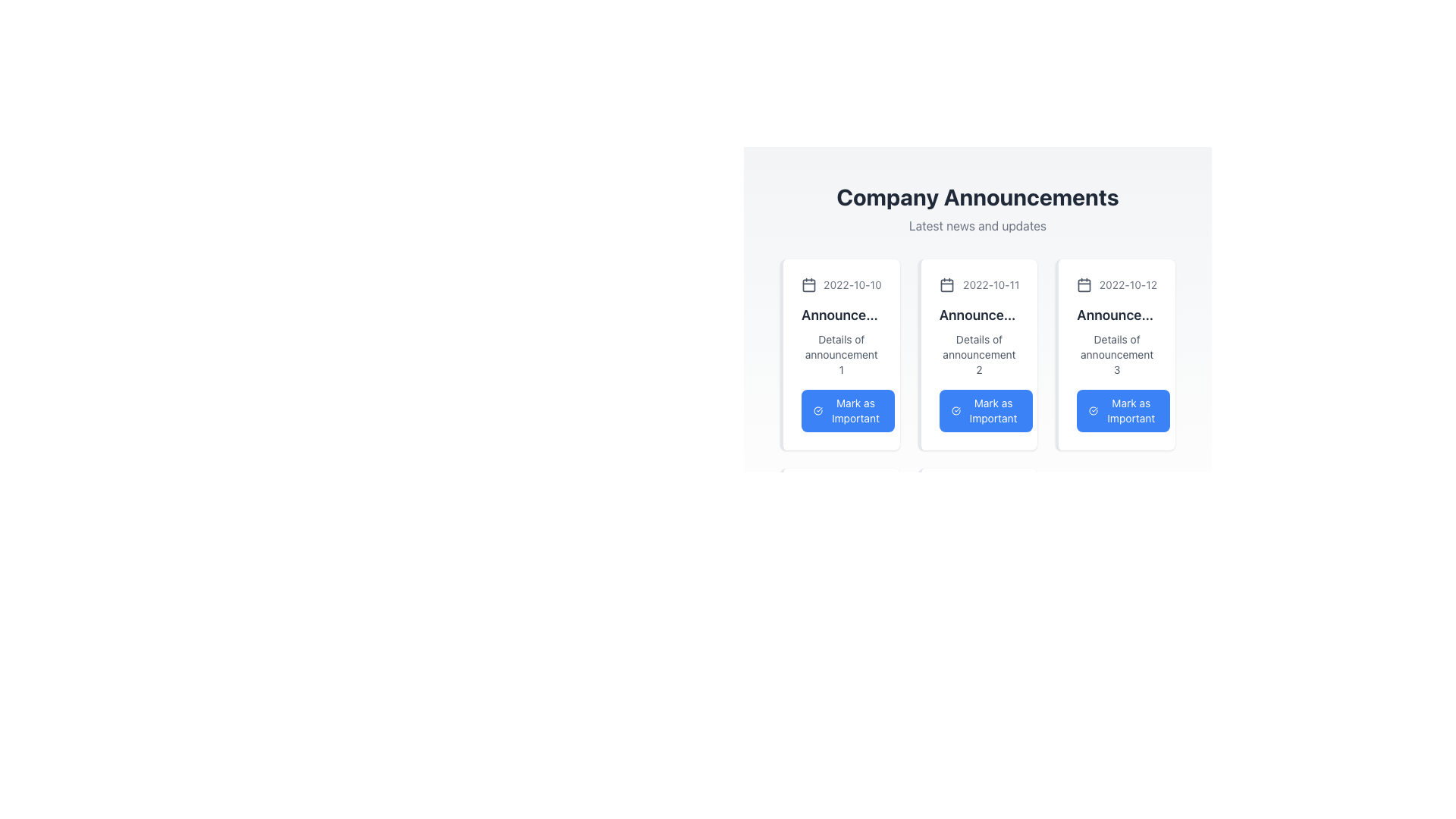 The height and width of the screenshot is (819, 1456). What do you see at coordinates (852, 284) in the screenshot?
I see `the text label displaying '2022-10-10' in a small gray font, located near the top-left corner below a calendar icon in the first card of the announcements list` at bounding box center [852, 284].